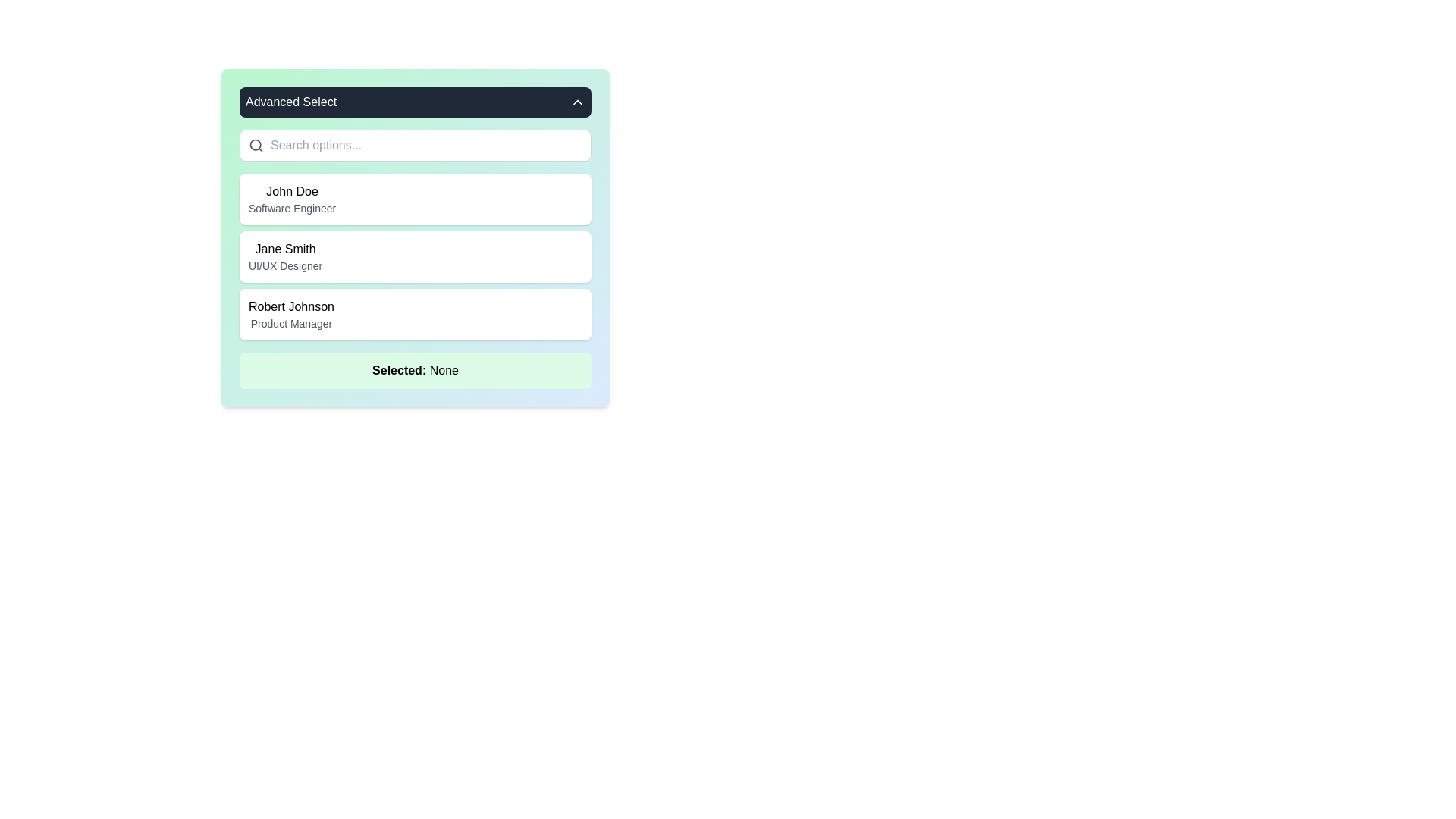  Describe the element at coordinates (415, 256) in the screenshot. I see `the second list item displaying the name 'Jane Smith' and title 'UI/UX Designer'` at that location.